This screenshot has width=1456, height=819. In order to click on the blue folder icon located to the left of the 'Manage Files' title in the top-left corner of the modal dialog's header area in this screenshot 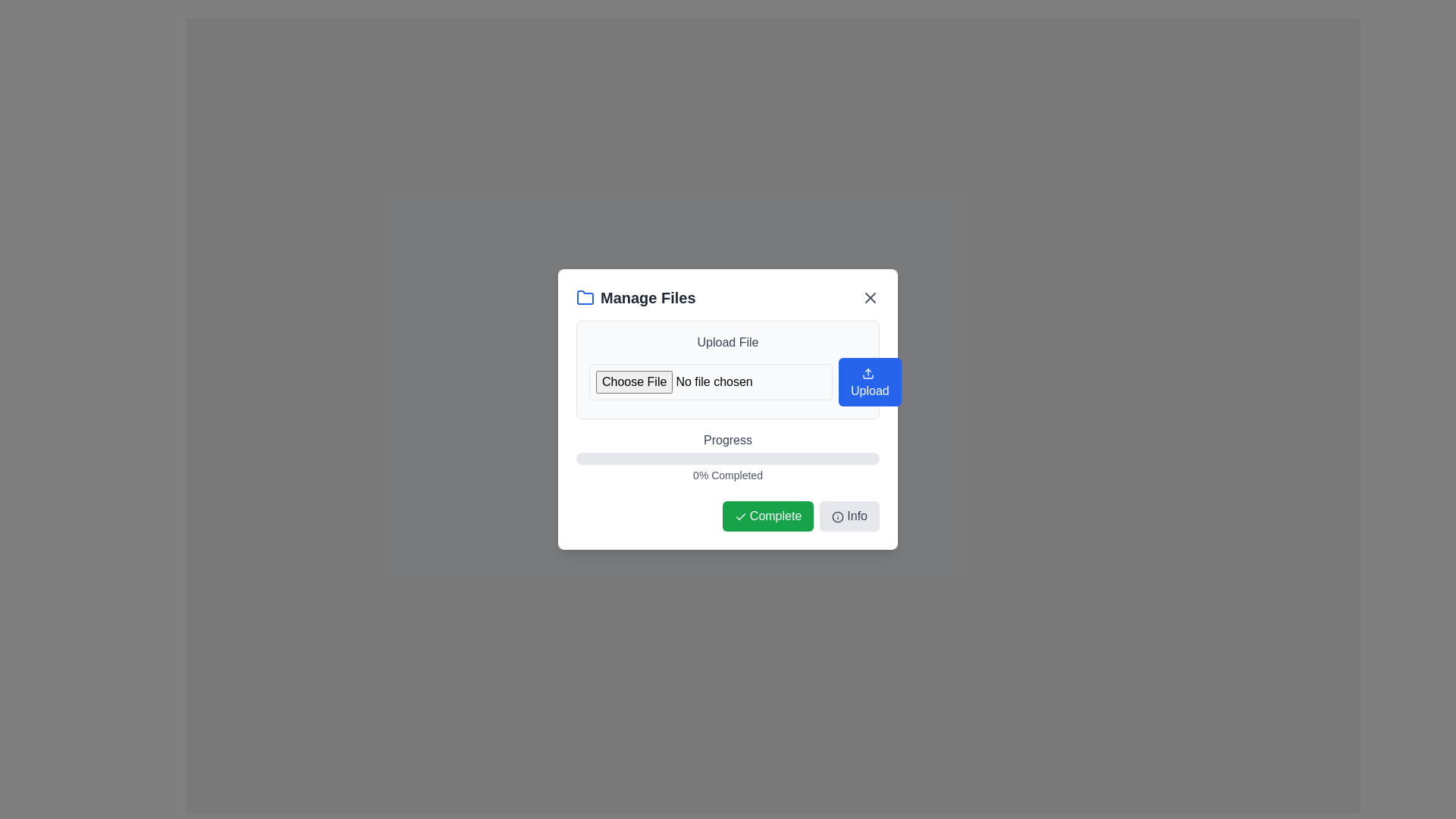, I will do `click(585, 297)`.